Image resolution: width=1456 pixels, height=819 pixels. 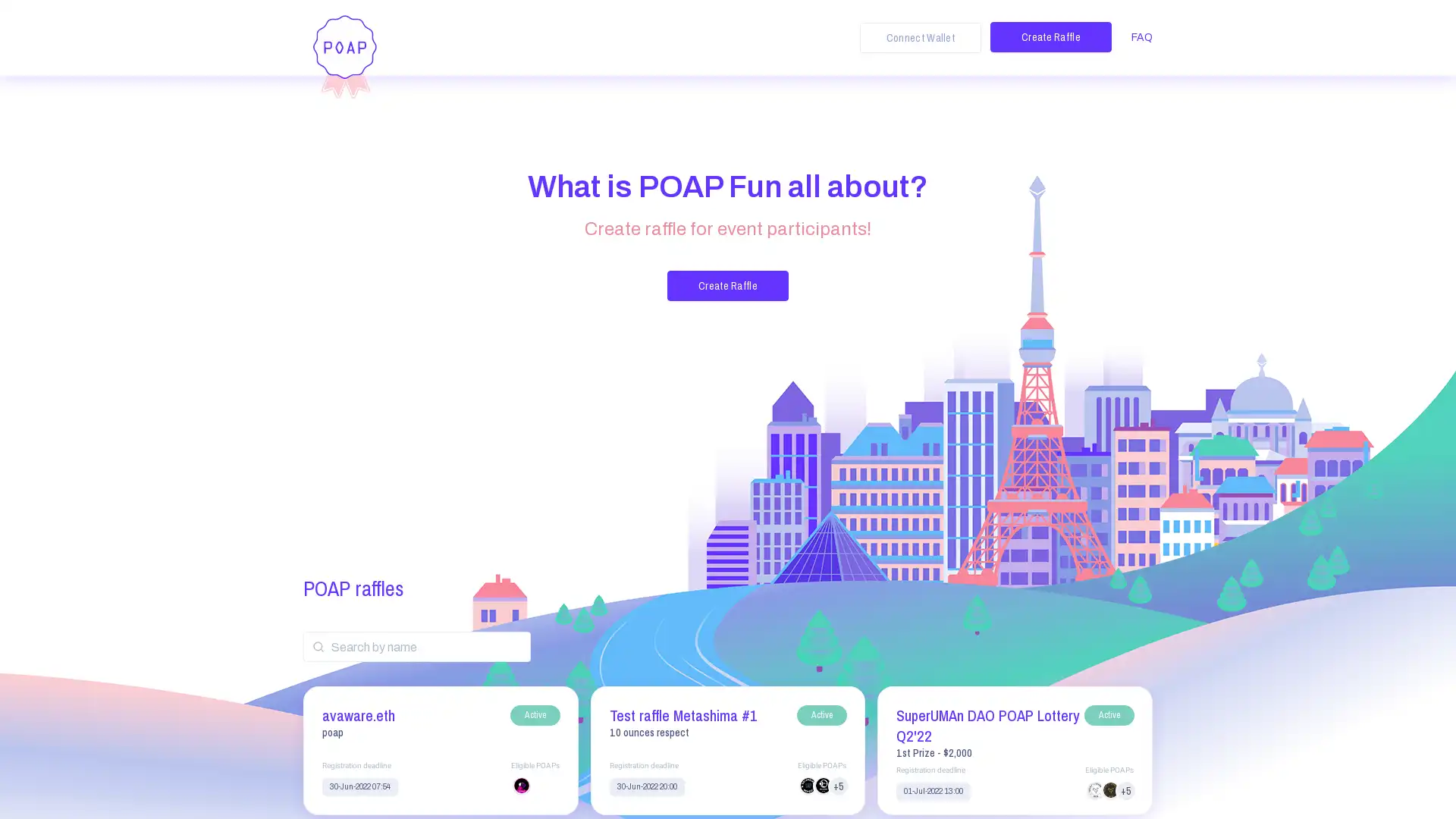 What do you see at coordinates (920, 37) in the screenshot?
I see `Connect Wallet` at bounding box center [920, 37].